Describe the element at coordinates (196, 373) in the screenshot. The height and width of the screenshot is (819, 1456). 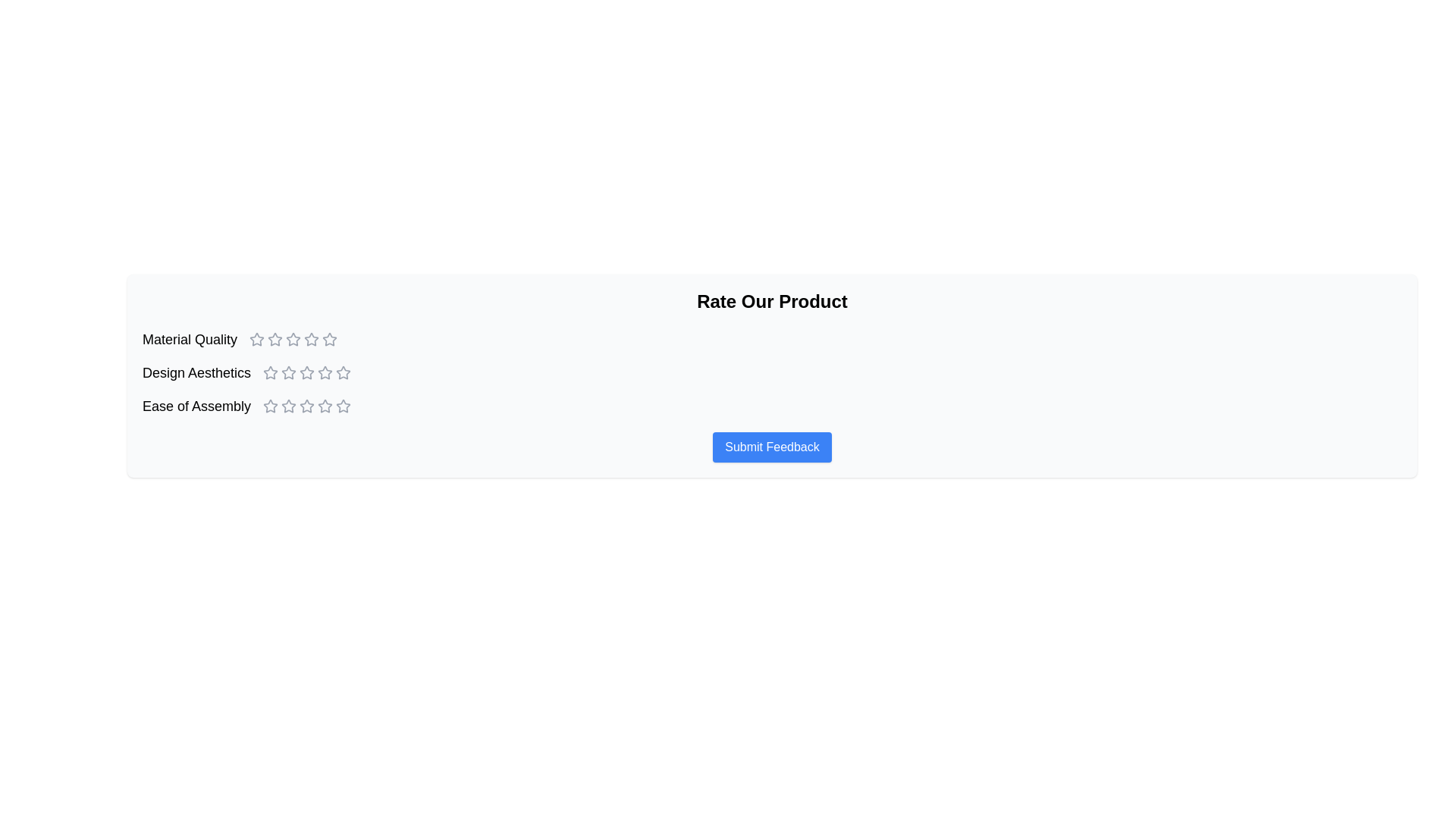
I see `the text label element that reads 'Design Aesthetics', which is the second row in a vertically aligned list of rating options, located between 'Material Quality' and 'Ease of Assembly'` at that location.